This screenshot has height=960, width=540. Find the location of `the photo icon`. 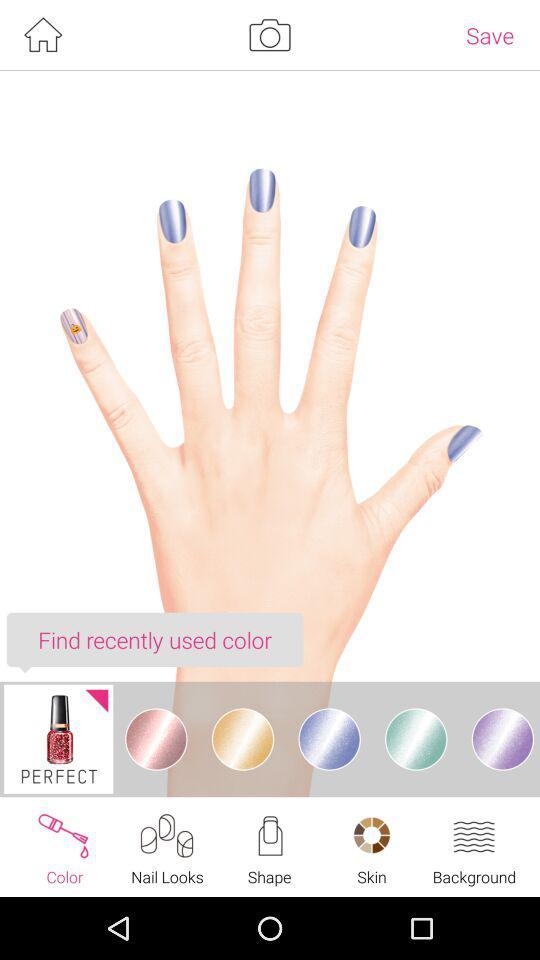

the photo icon is located at coordinates (269, 36).